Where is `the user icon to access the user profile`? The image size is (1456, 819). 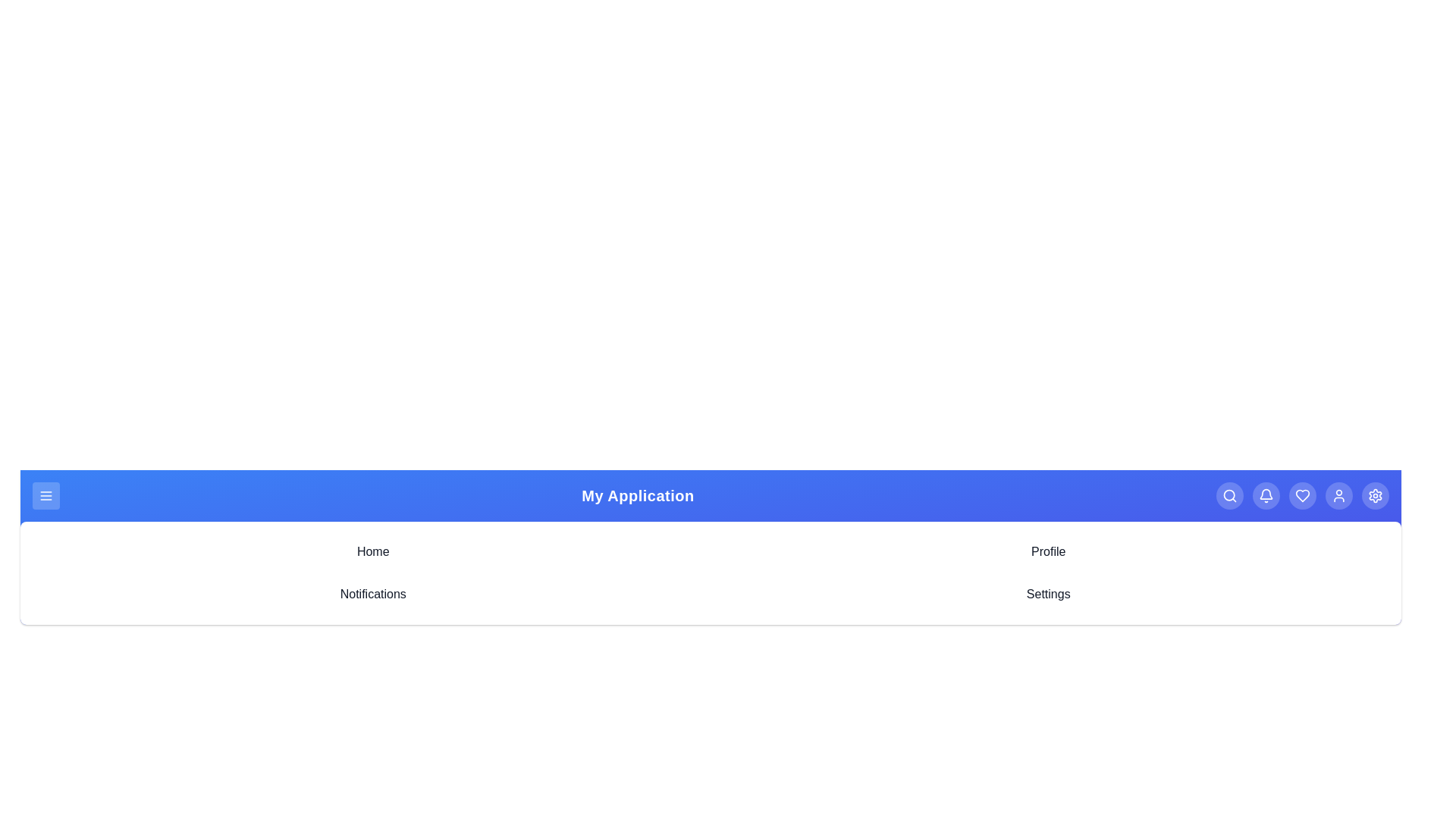
the user icon to access the user profile is located at coordinates (1339, 496).